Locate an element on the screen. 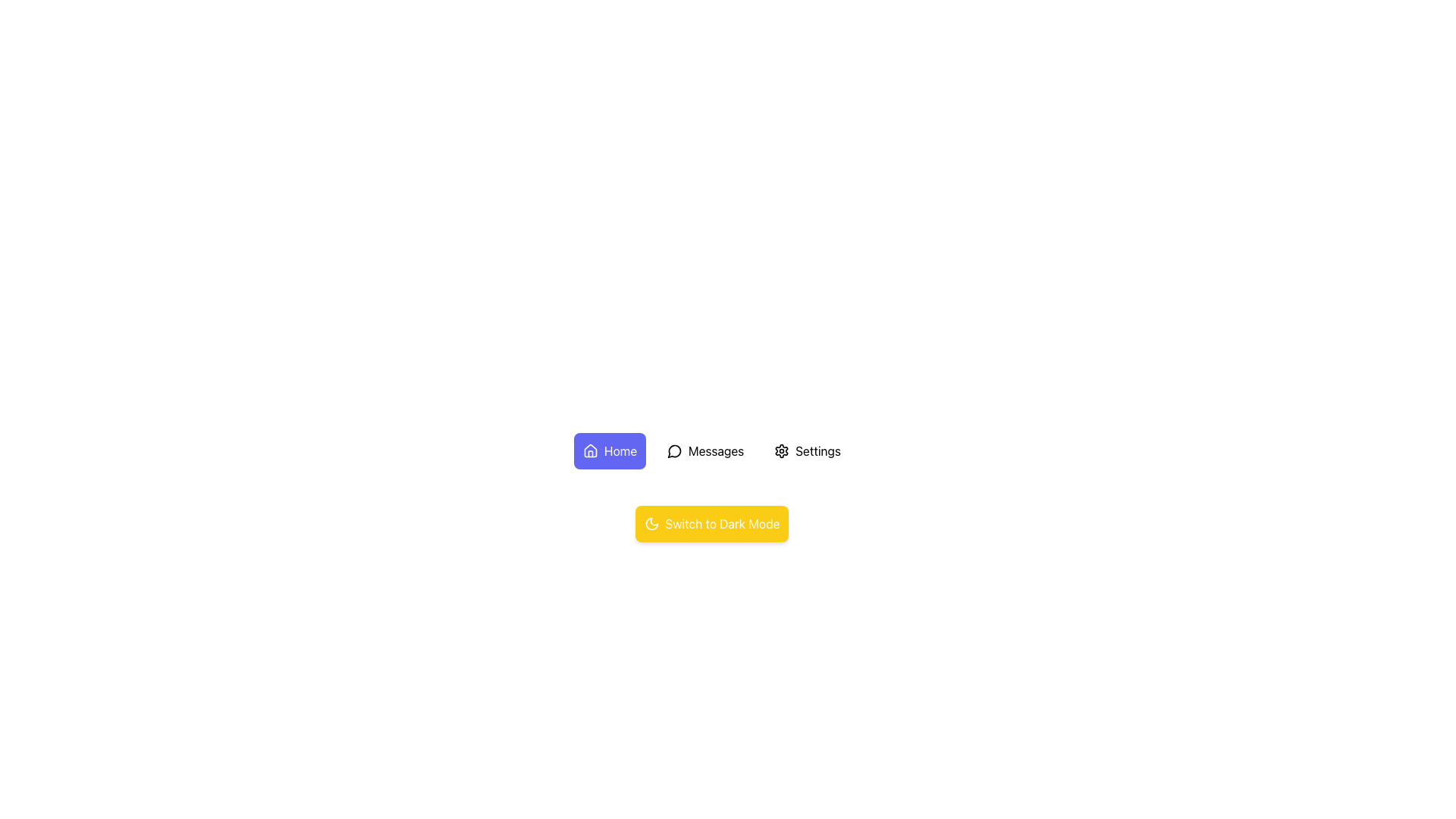 Image resolution: width=1456 pixels, height=819 pixels. the chat bubble icon located under the 'Messages' label, which is the second icon from the left in the top-centered navigation segment is located at coordinates (673, 450).